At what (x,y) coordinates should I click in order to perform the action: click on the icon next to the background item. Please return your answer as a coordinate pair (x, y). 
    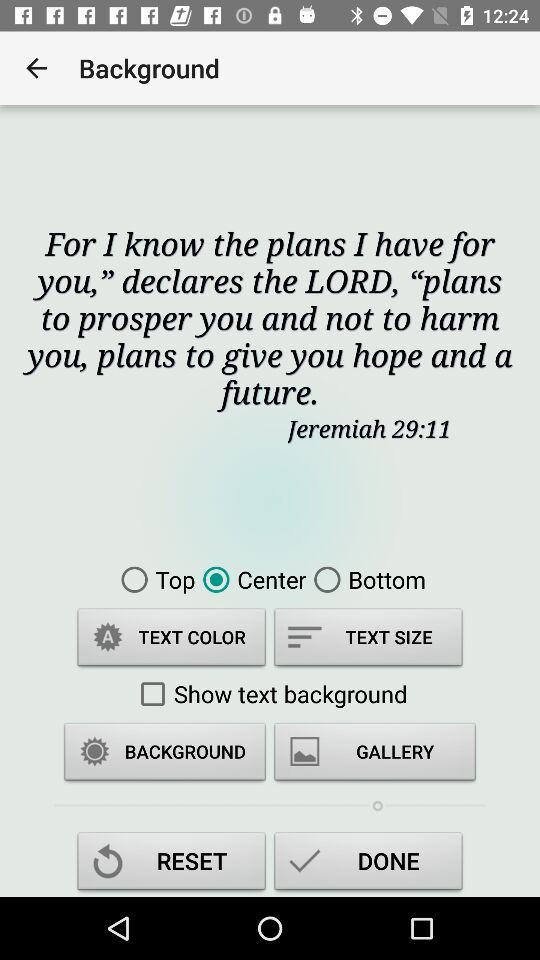
    Looking at the image, I should click on (36, 68).